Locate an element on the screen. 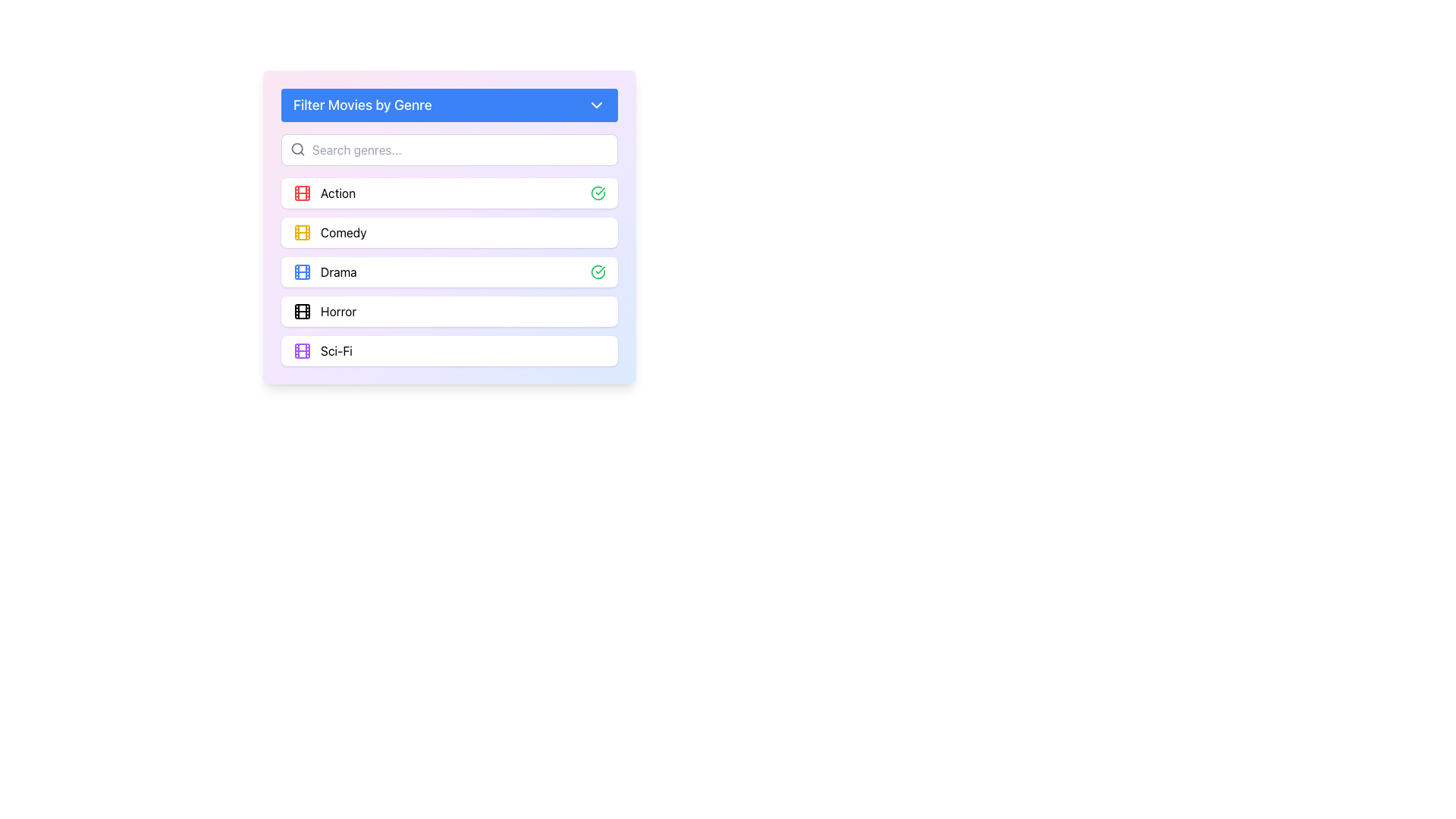 This screenshot has height=819, width=1456. the yellow decorative graphical element within the film strip icon associated with the 'Comedy' genre, which is the inner rounded rectangle located second in the vertical list of genres is located at coordinates (302, 233).